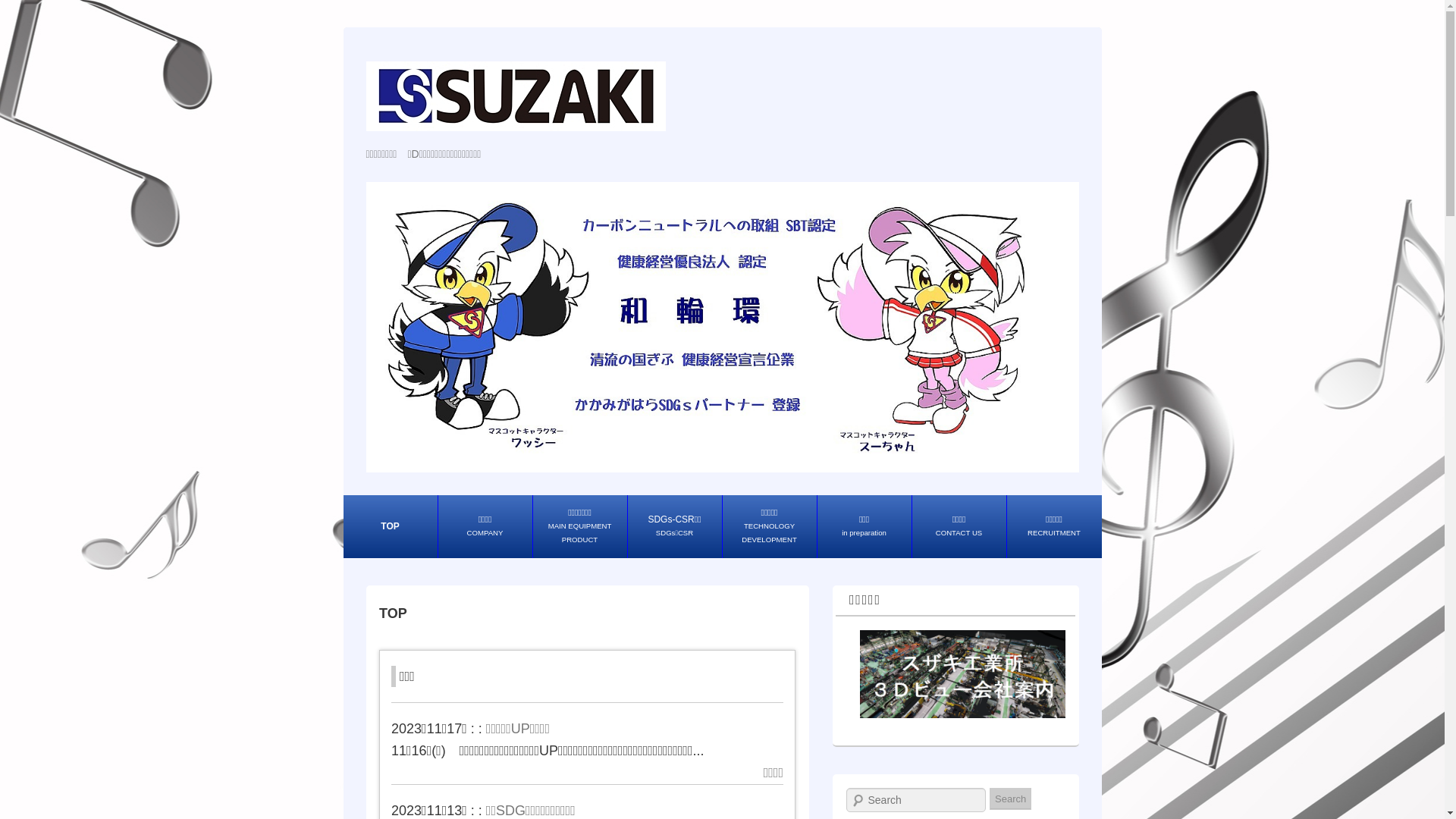 The width and height of the screenshot is (1456, 819). What do you see at coordinates (1010, 798) in the screenshot?
I see `'Search'` at bounding box center [1010, 798].